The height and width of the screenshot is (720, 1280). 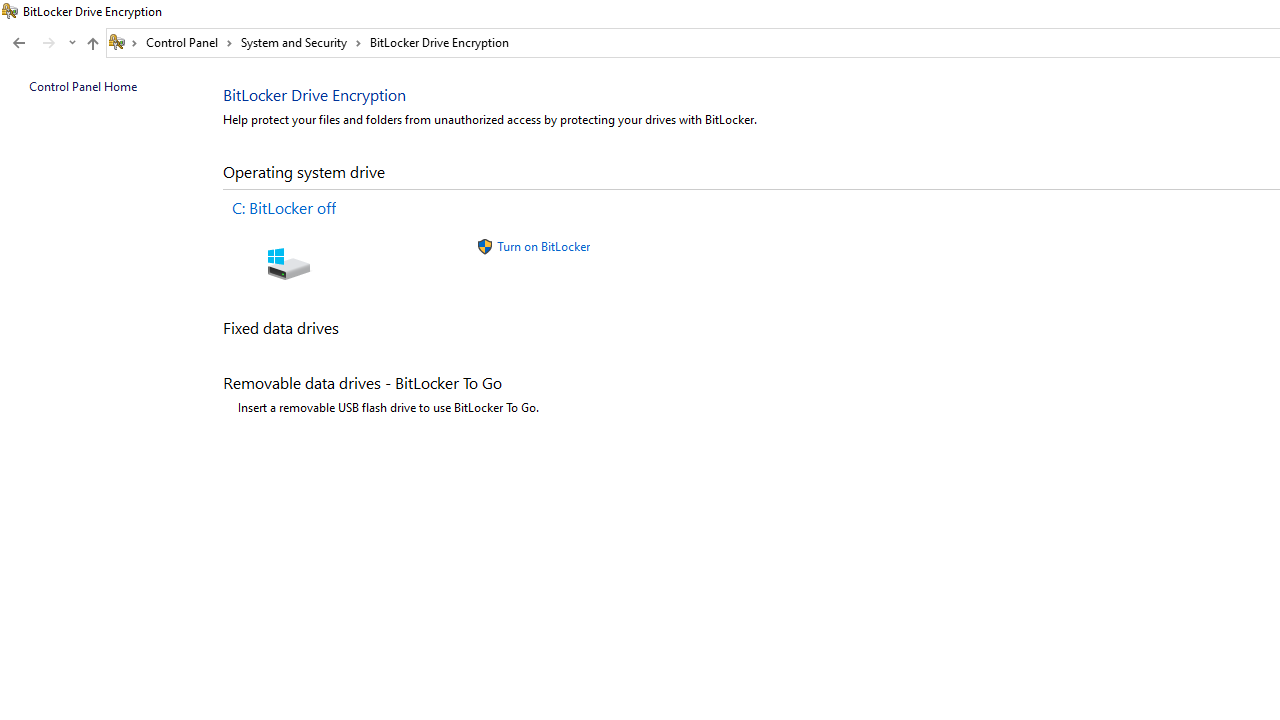 I want to click on 'Back to System and Security (Alt + Left Arrow)', so click(x=19, y=43).